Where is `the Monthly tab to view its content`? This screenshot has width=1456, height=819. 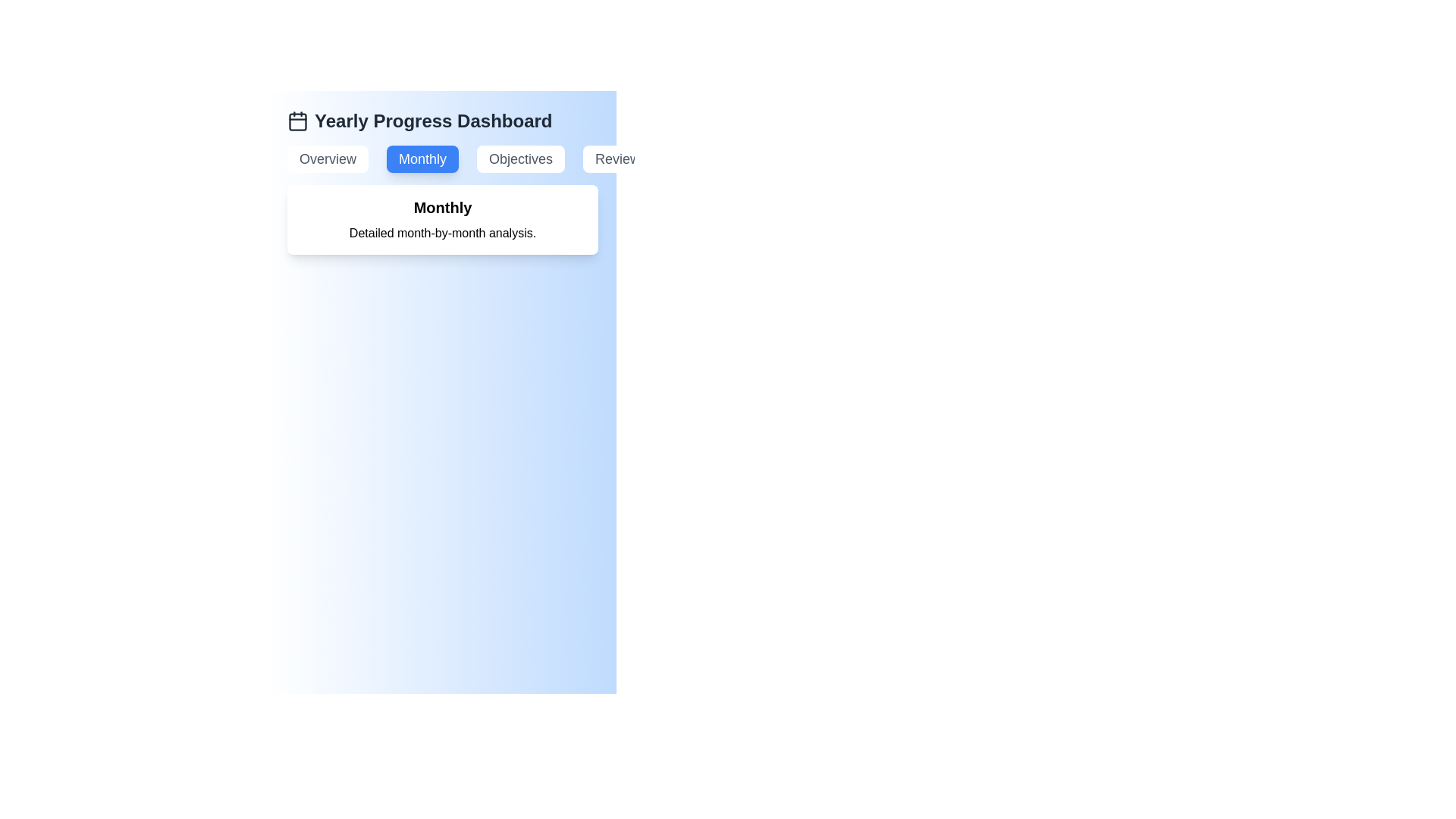
the Monthly tab to view its content is located at coordinates (422, 158).